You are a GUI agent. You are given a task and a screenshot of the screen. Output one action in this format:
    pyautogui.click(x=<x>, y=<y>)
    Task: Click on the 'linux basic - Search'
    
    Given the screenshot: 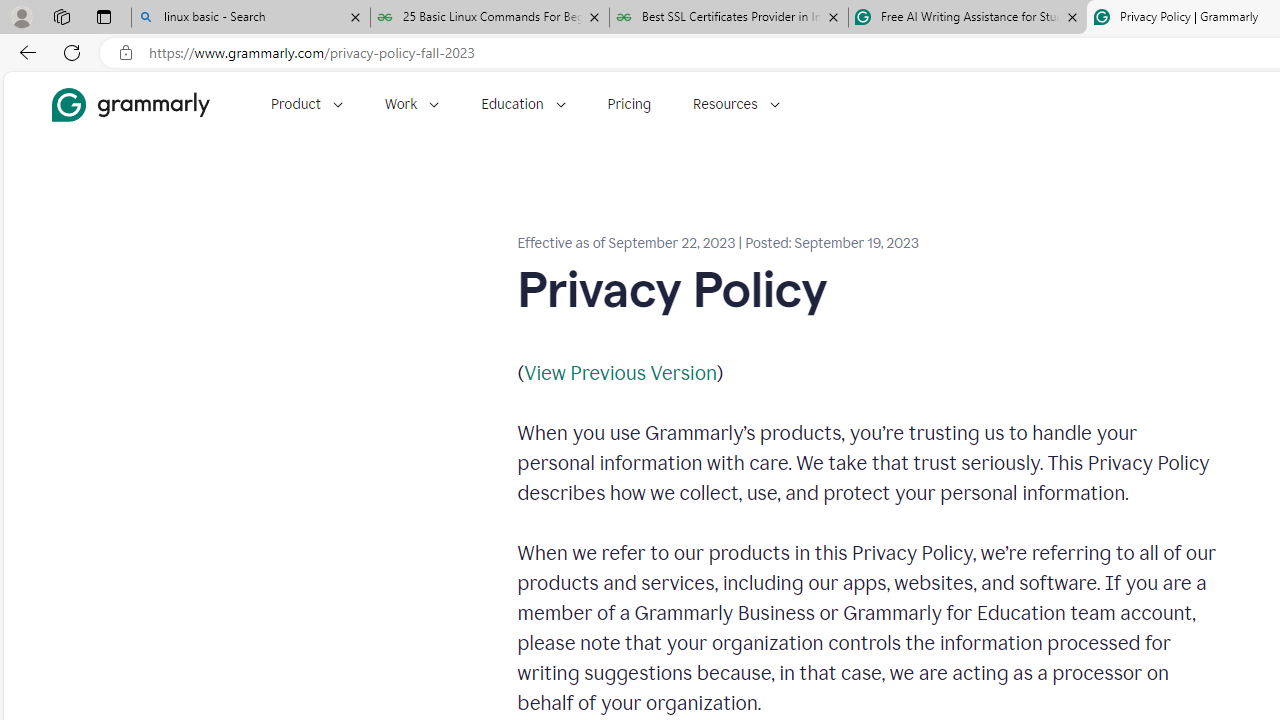 What is the action you would take?
    pyautogui.click(x=249, y=17)
    